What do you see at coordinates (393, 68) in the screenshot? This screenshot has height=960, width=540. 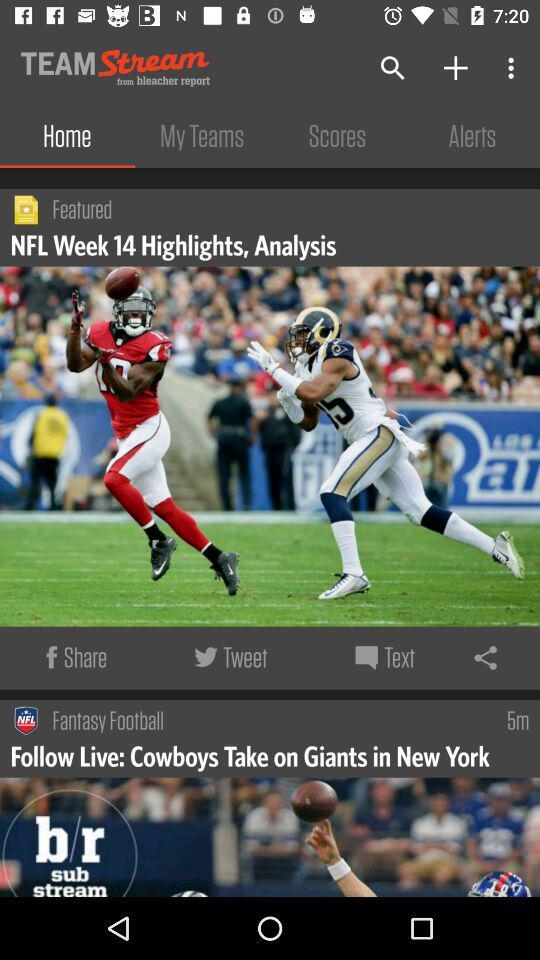 I see `the item above the scores icon` at bounding box center [393, 68].